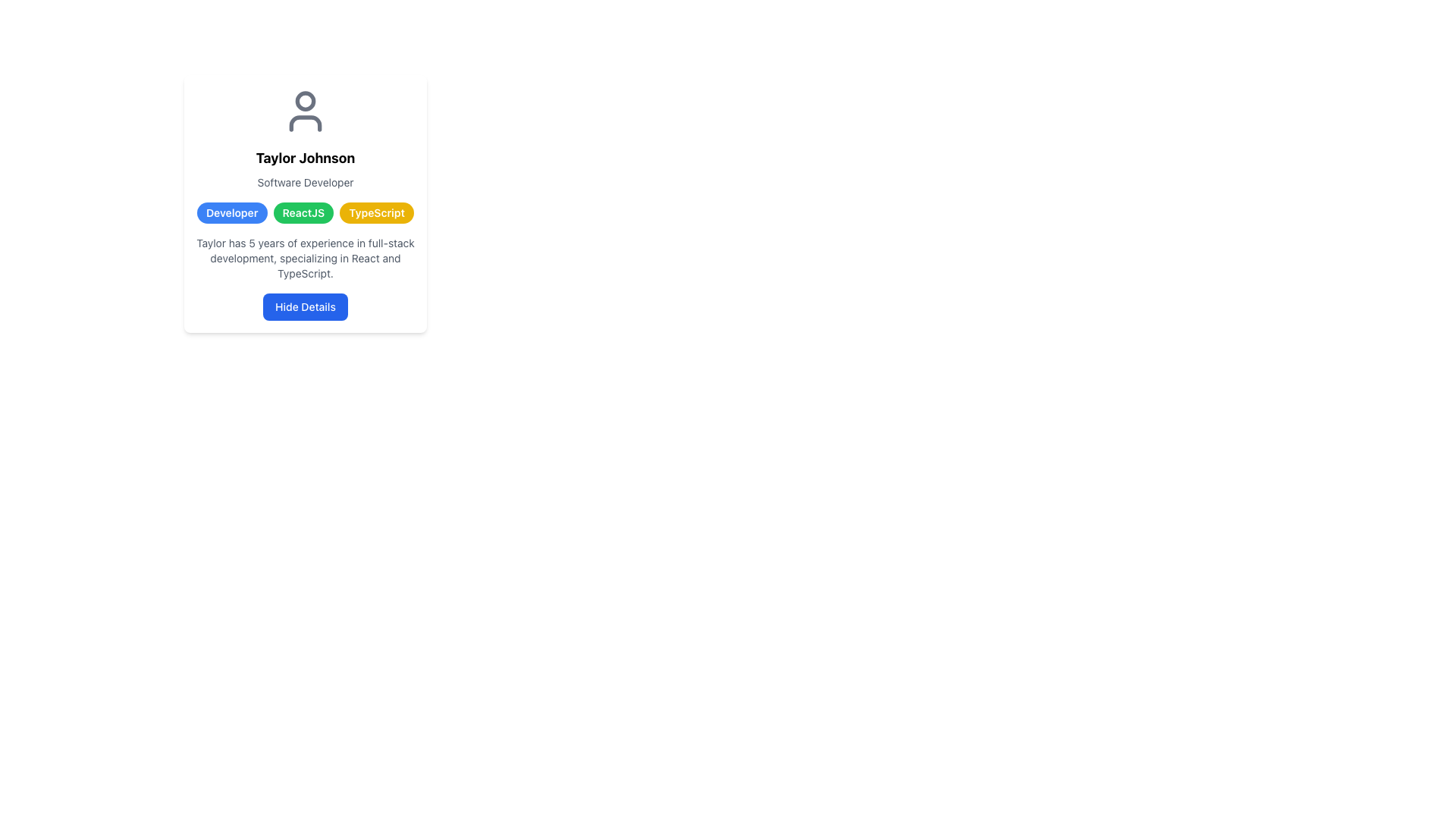 The width and height of the screenshot is (1456, 819). I want to click on a tag within the Tag Group located below 'Software Developer', so click(305, 213).